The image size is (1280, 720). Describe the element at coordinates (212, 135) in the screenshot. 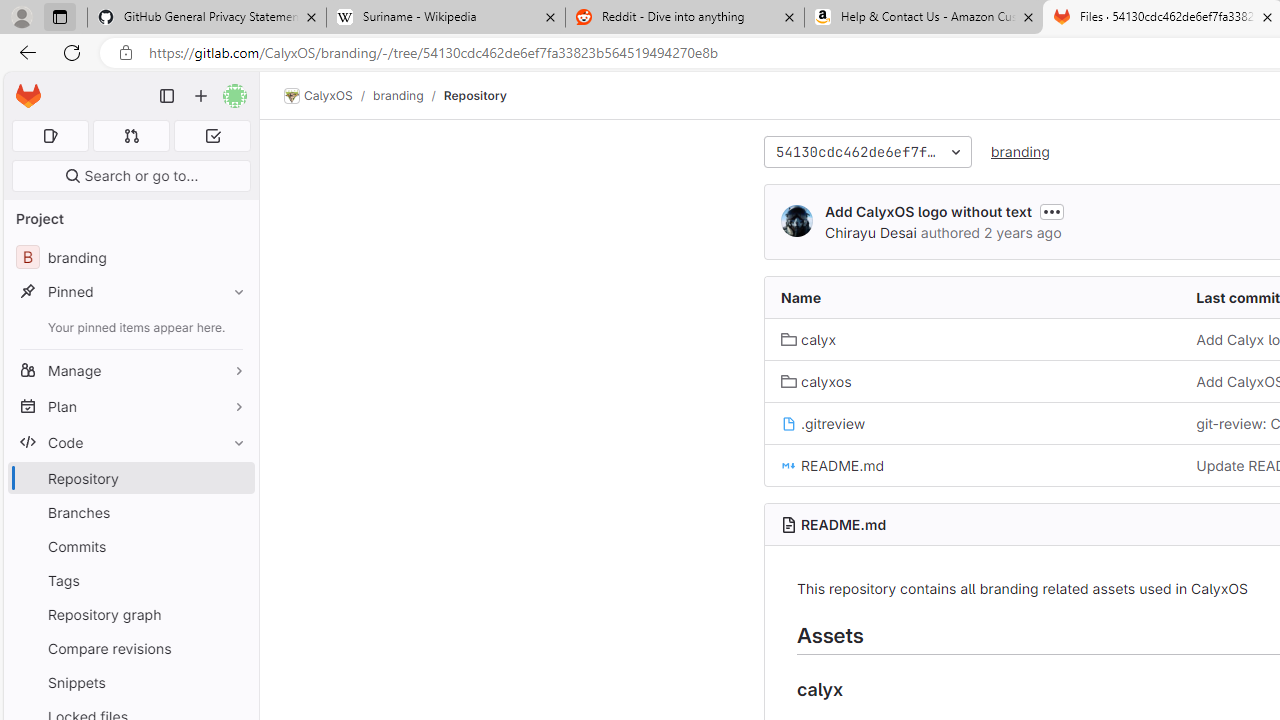

I see `'To-Do list 0'` at that location.